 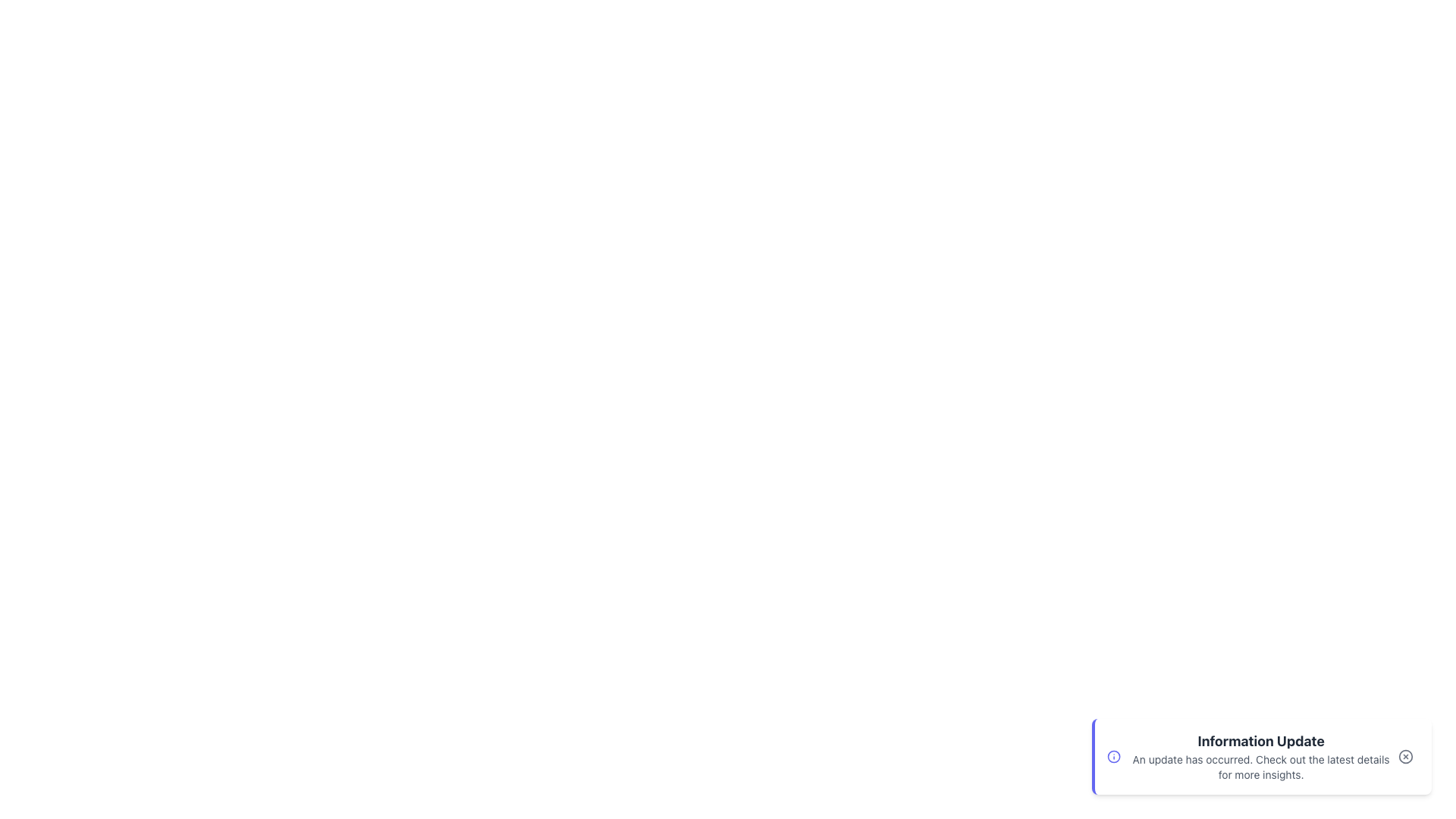 I want to click on the 'info' symbol represented by a Circle within an SVG component located at the bottom-right corner of the interface for the notification titled 'Information Update', so click(x=1114, y=757).